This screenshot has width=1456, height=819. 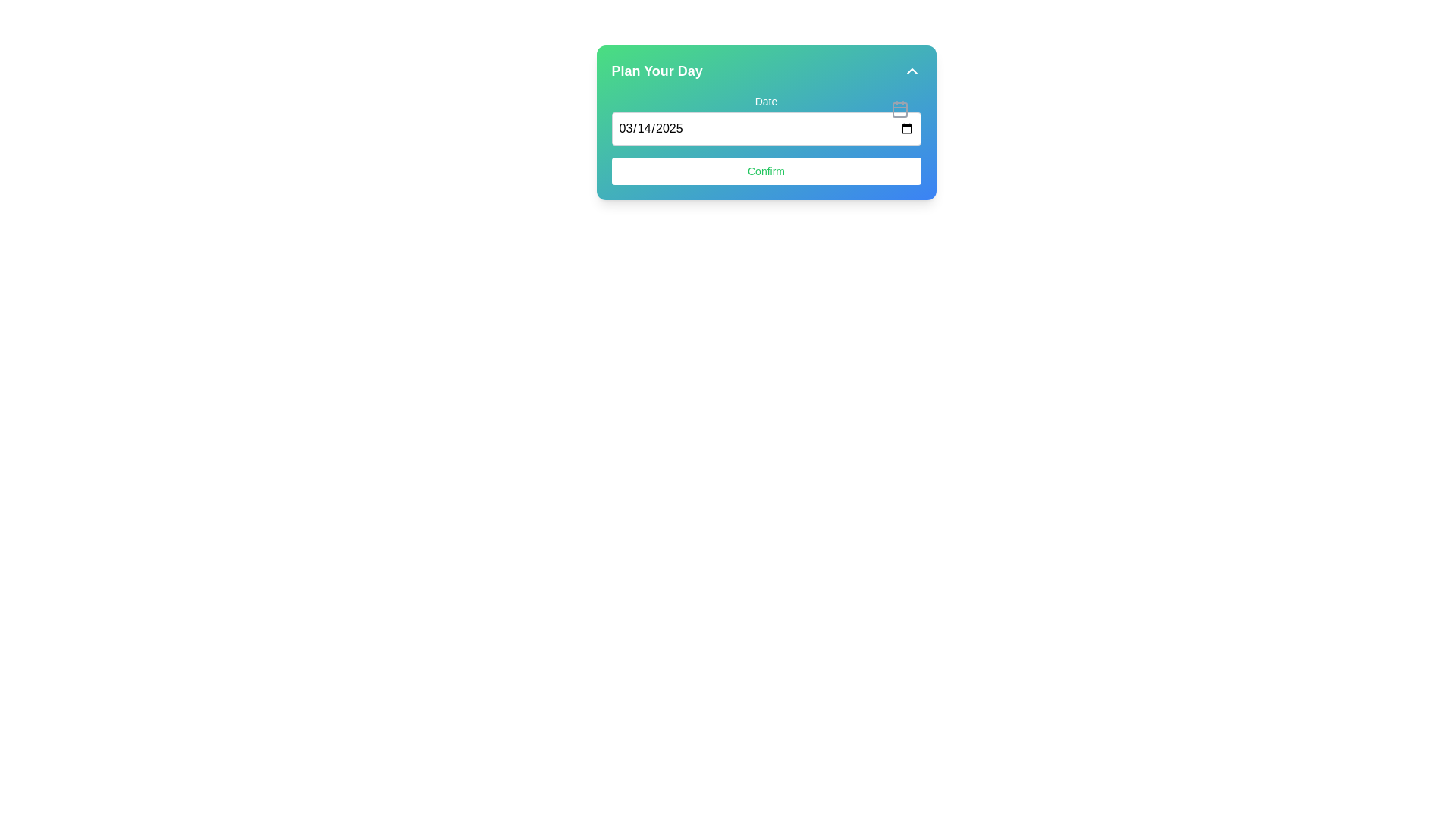 I want to click on the date selection icon located at the top-right corner of the 'Plan Your Day' card interface, so click(x=899, y=108).